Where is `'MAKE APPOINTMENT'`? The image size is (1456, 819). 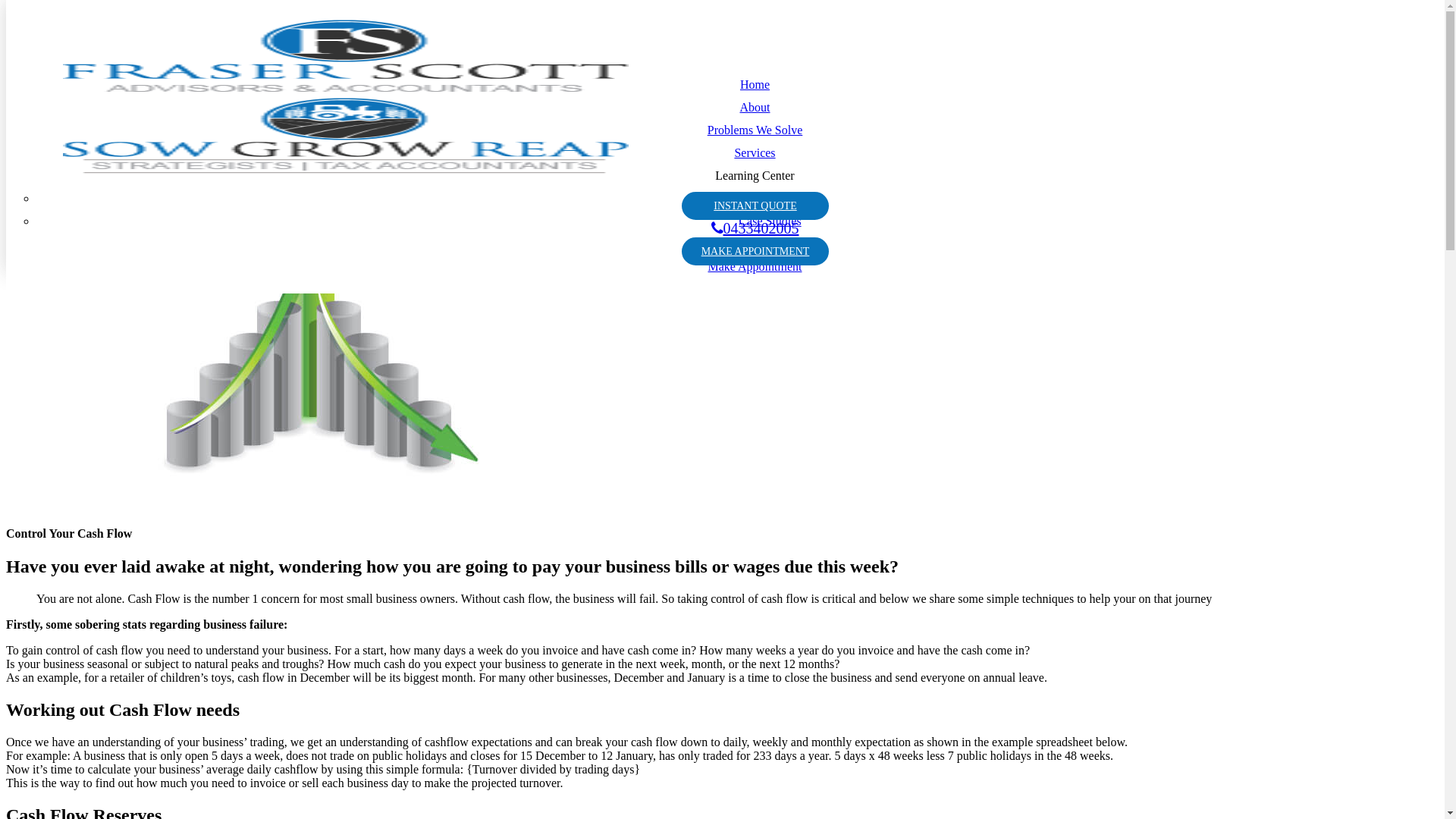 'MAKE APPOINTMENT' is located at coordinates (755, 250).